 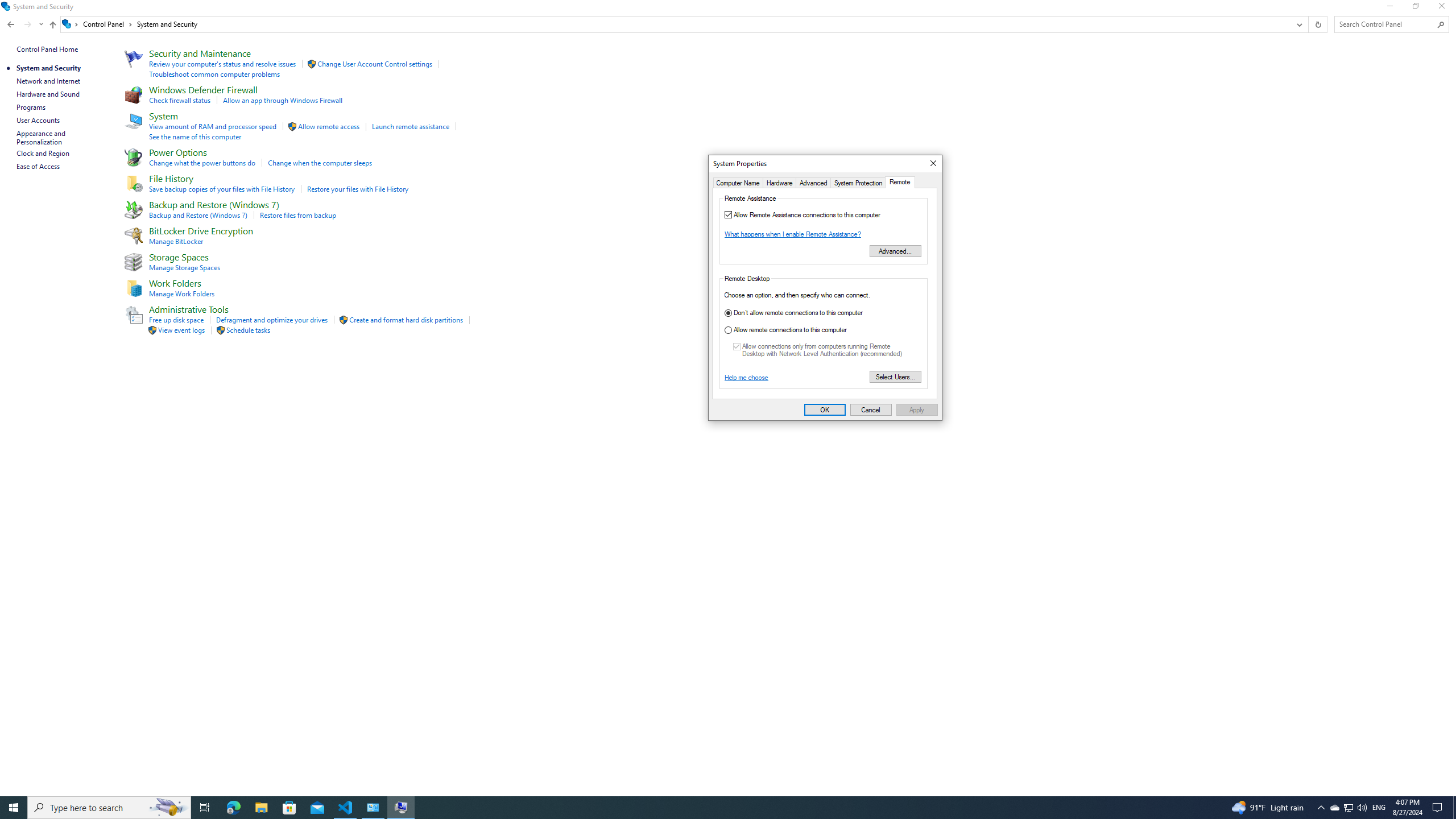 What do you see at coordinates (779, 183) in the screenshot?
I see `'Hardware'` at bounding box center [779, 183].